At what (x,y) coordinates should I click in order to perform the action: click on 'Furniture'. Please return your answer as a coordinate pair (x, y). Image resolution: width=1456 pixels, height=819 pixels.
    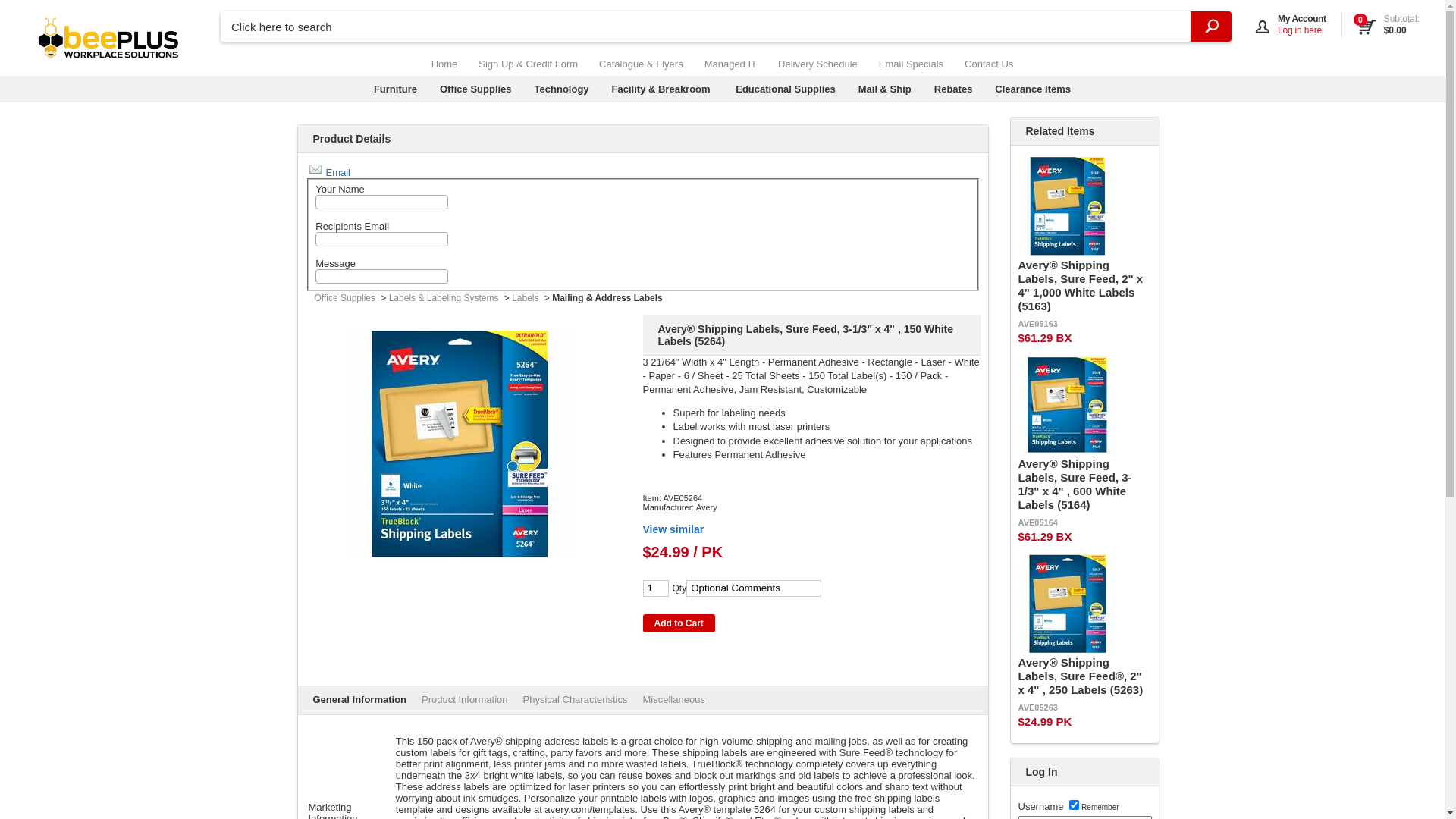
    Looking at the image, I should click on (395, 89).